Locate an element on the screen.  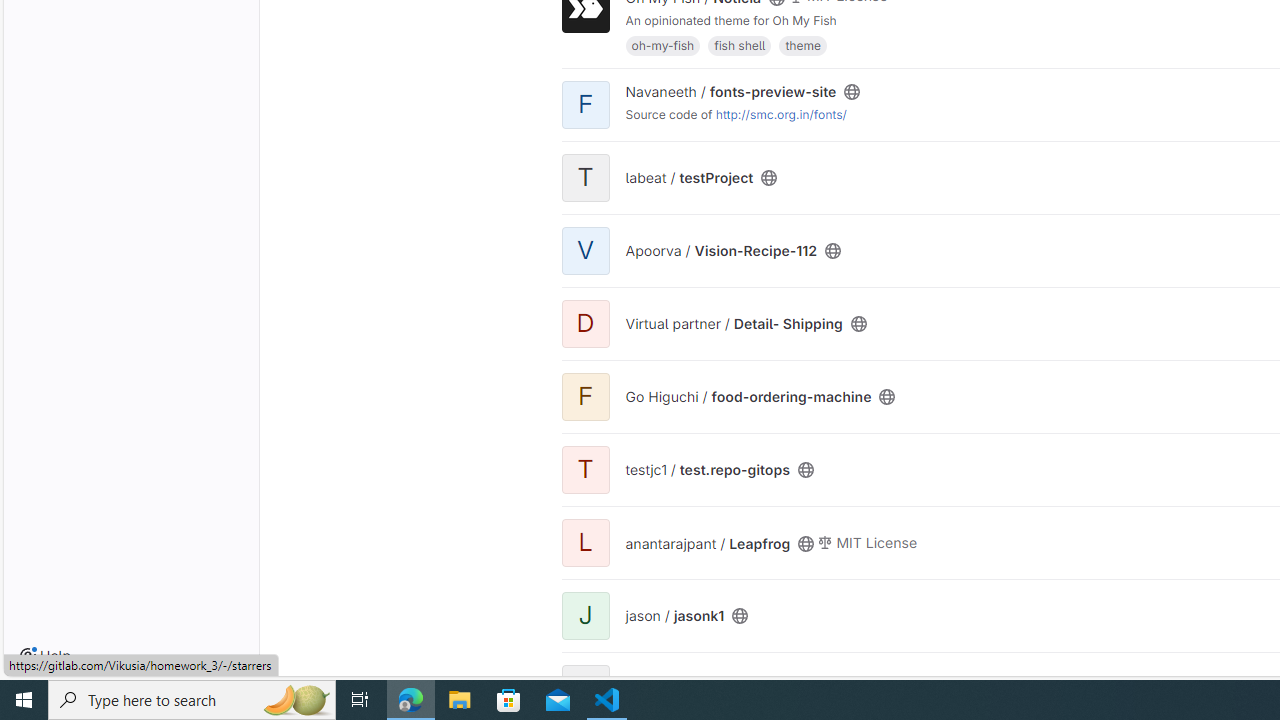
'theme' is located at coordinates (802, 44).